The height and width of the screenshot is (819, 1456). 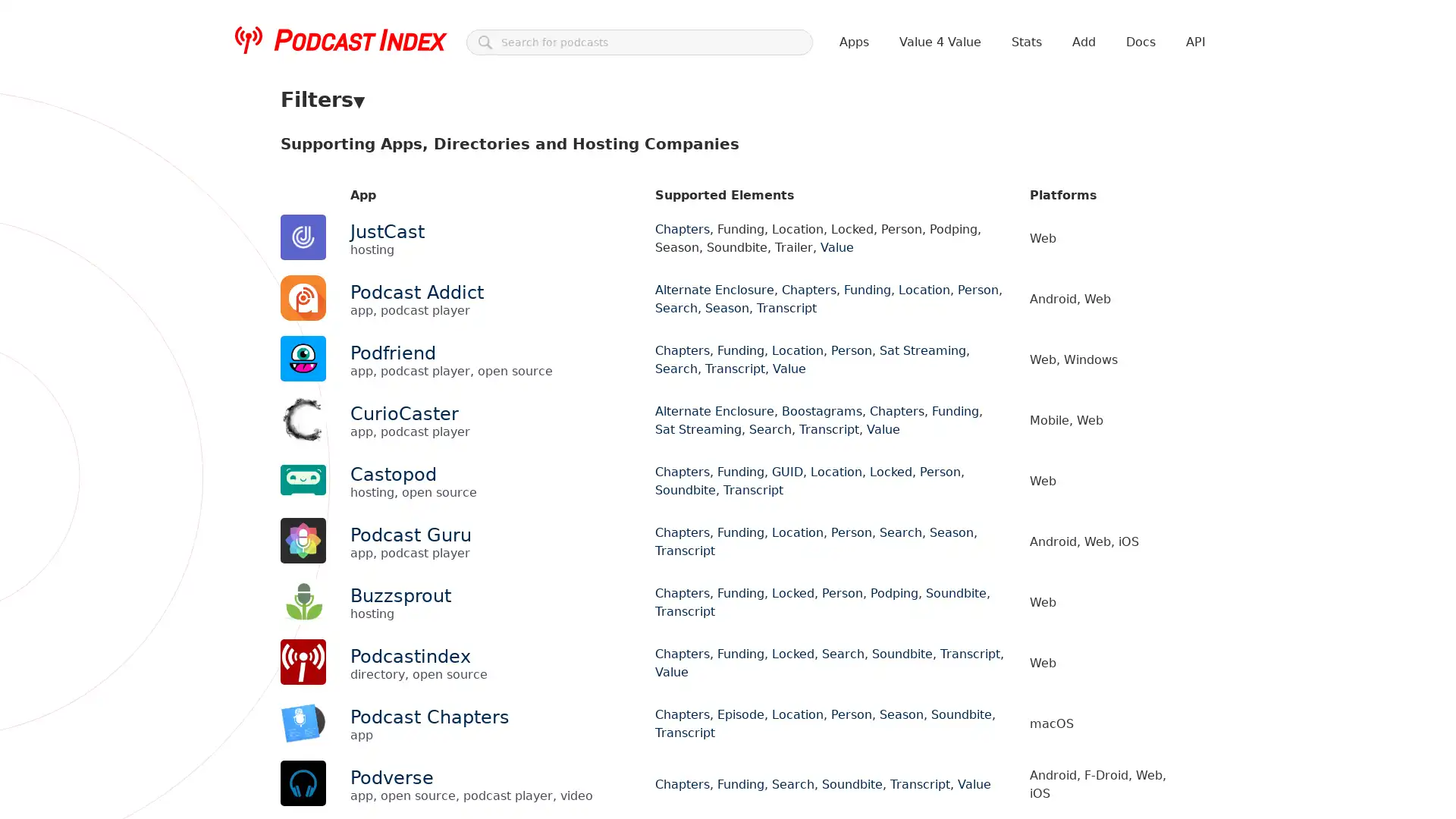 What do you see at coordinates (872, 146) in the screenshot?
I see `Podcast Player` at bounding box center [872, 146].